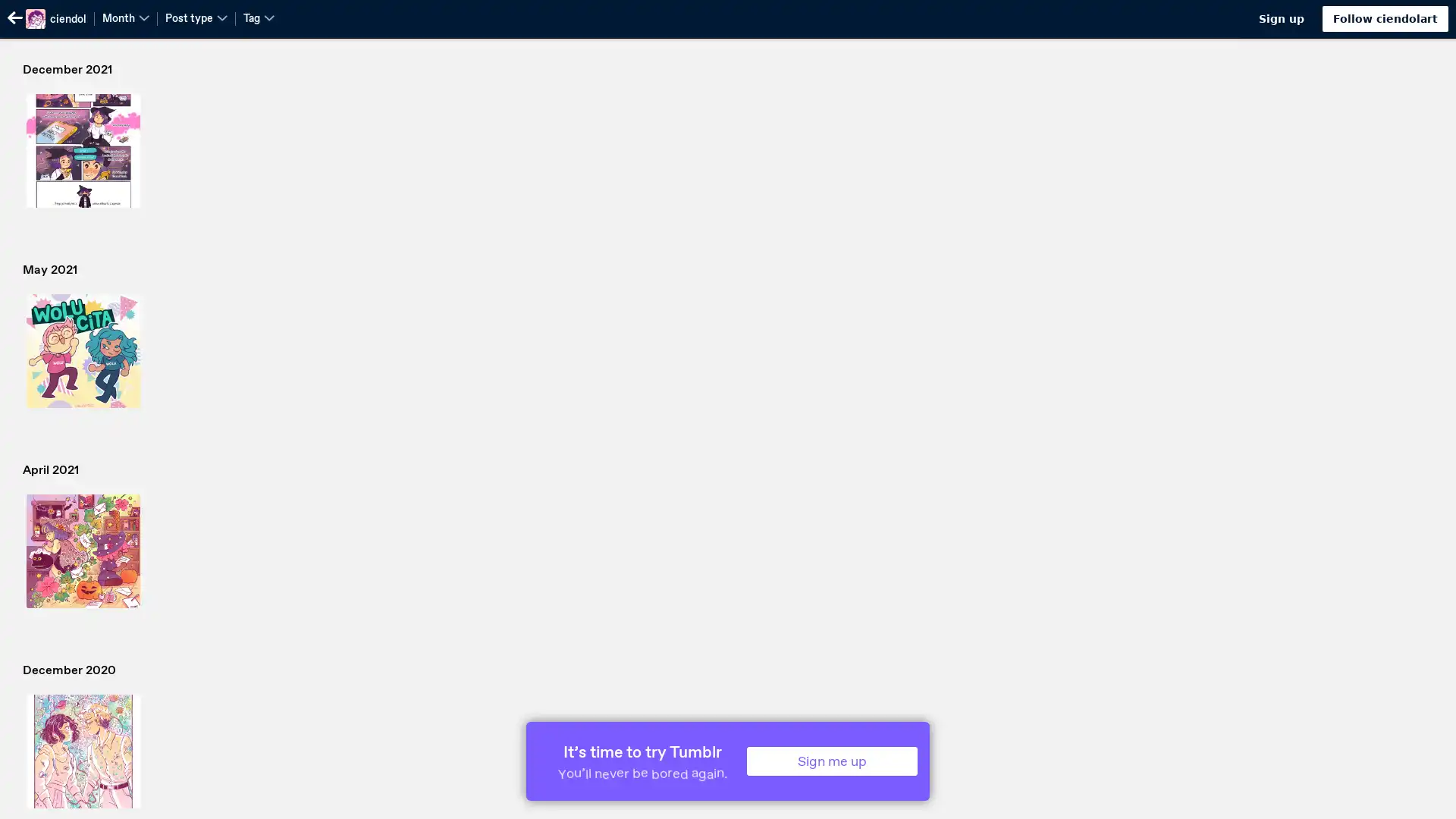  What do you see at coordinates (126, 17) in the screenshot?
I see `Month` at bounding box center [126, 17].